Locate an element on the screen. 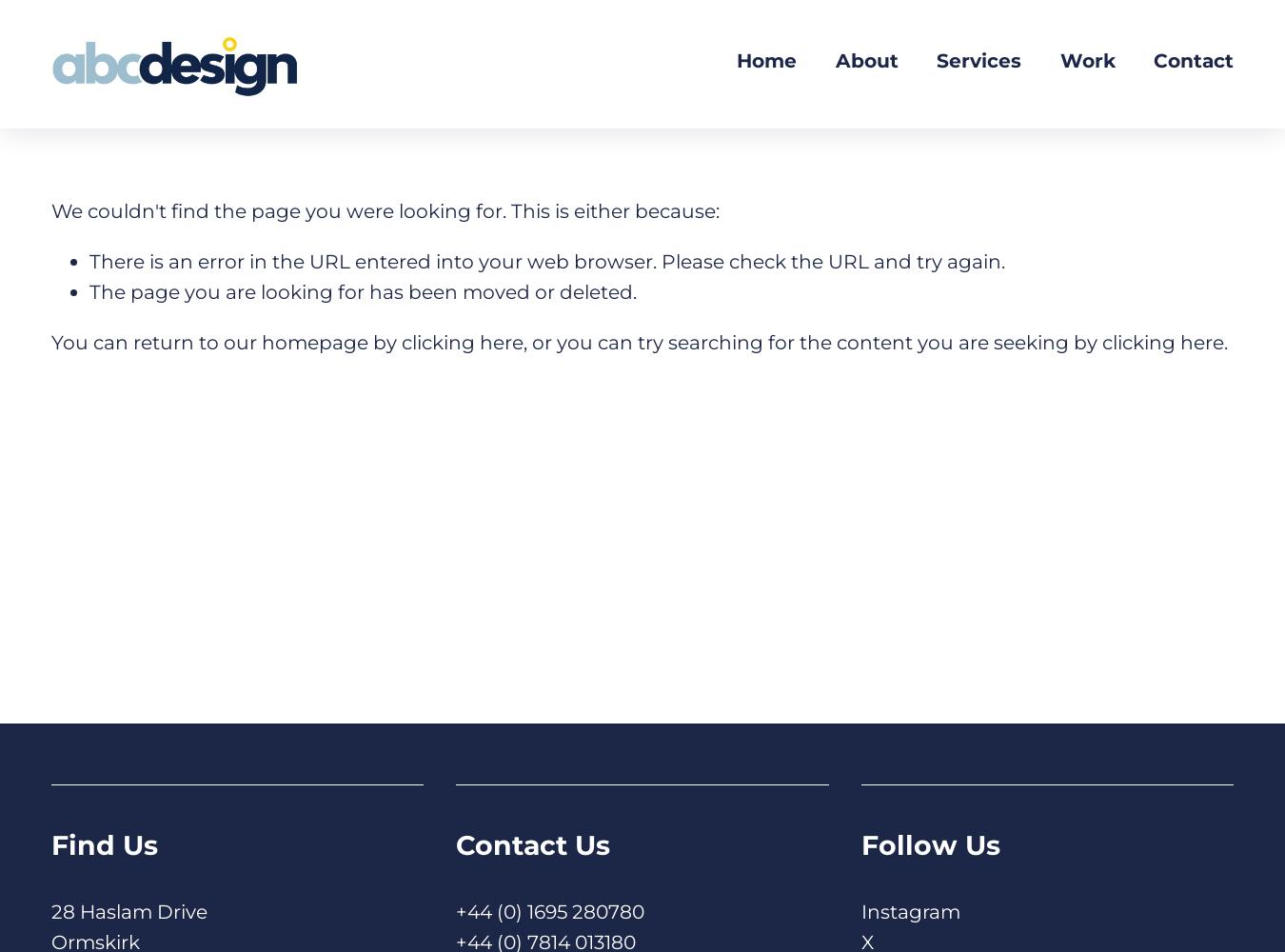 This screenshot has height=952, width=1285. 'We couldn't find the page you were looking for. This is either because:' is located at coordinates (385, 209).